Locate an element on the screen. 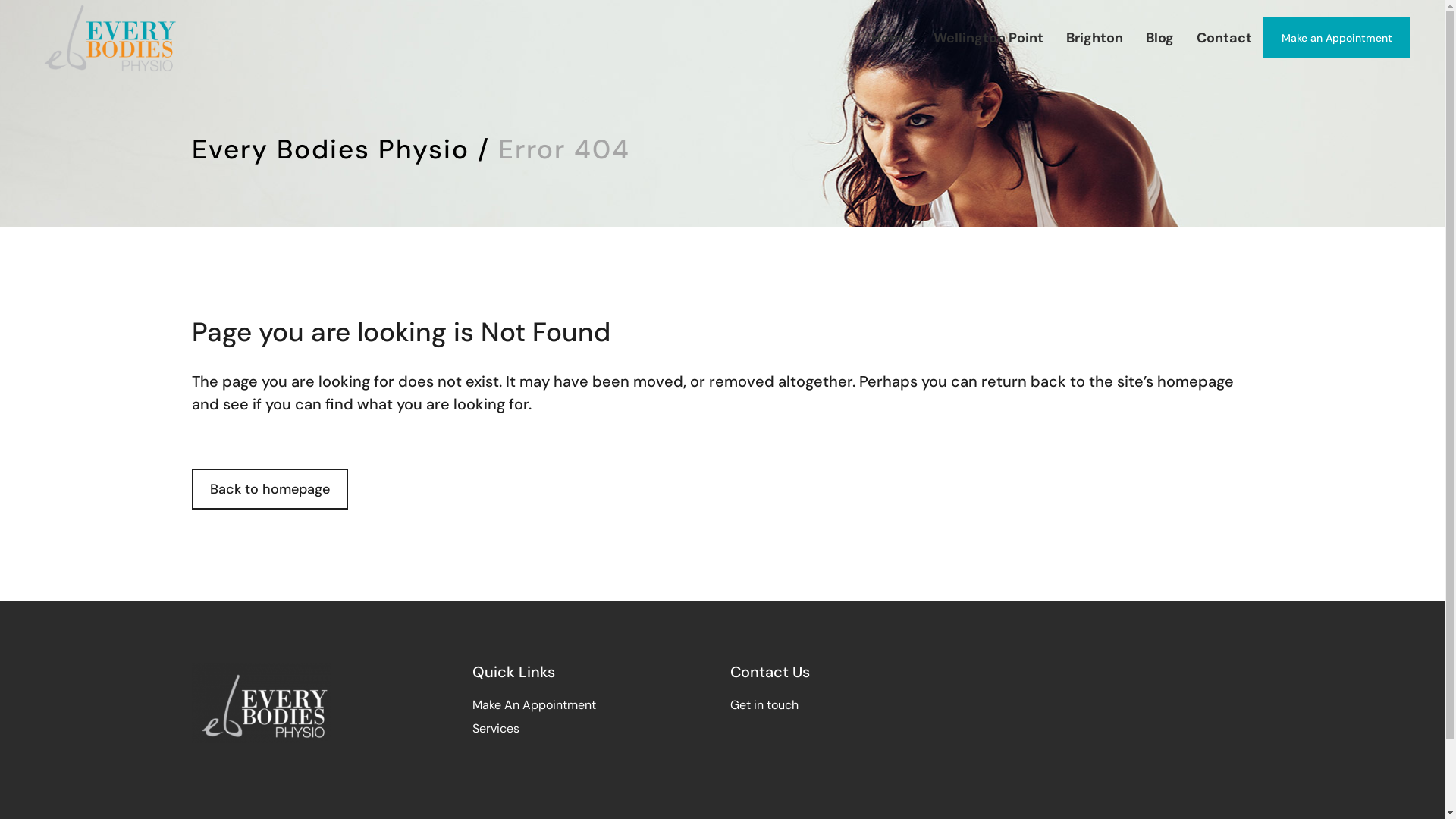  'Make An Appointment' is located at coordinates (533, 704).